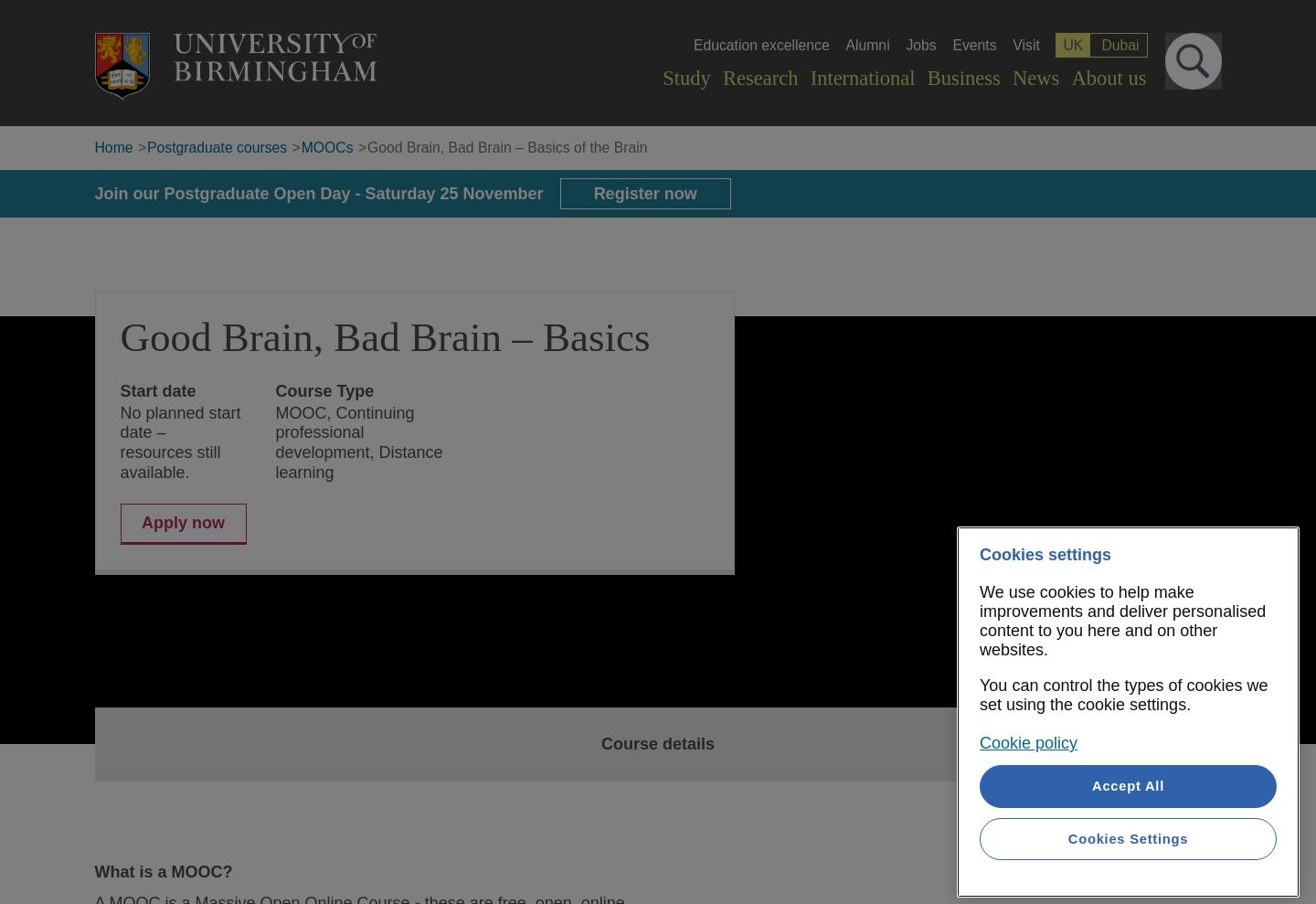 This screenshot has width=1316, height=904. Describe the element at coordinates (162, 871) in the screenshot. I see `'What is a MOOC?'` at that location.